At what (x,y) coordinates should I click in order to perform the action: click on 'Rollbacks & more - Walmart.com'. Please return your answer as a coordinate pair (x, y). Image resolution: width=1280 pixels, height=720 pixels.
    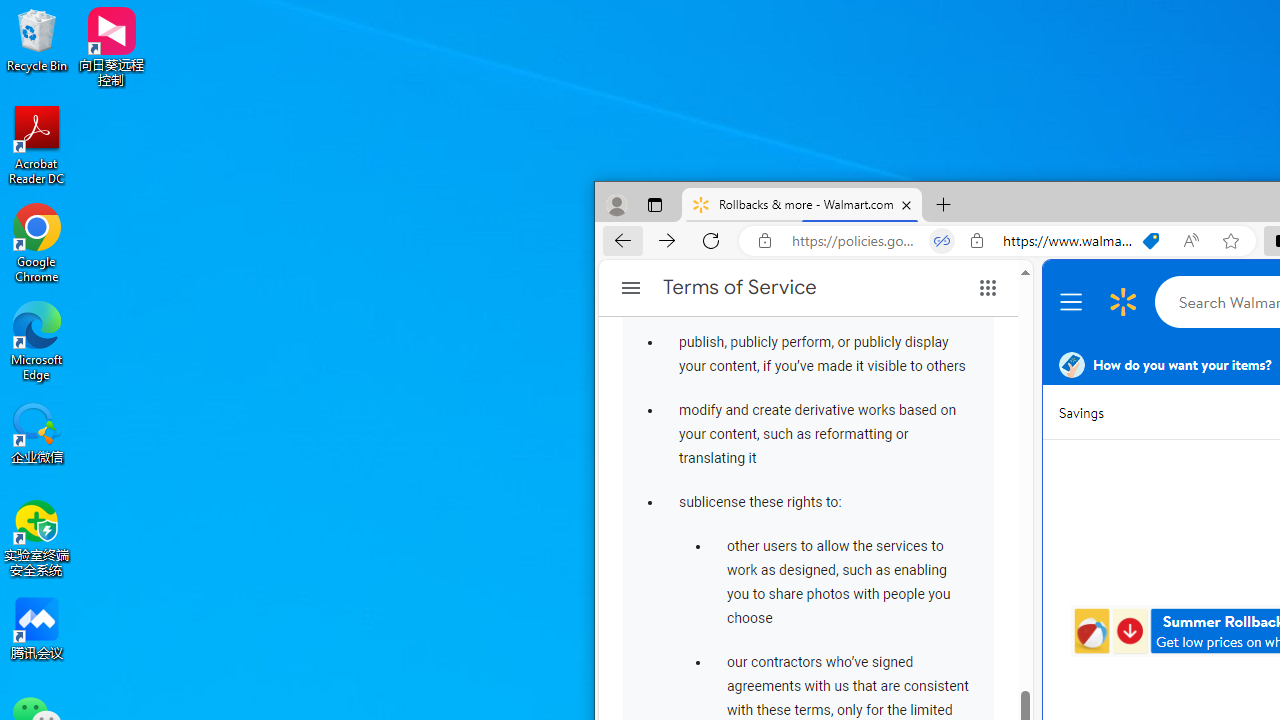
    Looking at the image, I should click on (802, 205).